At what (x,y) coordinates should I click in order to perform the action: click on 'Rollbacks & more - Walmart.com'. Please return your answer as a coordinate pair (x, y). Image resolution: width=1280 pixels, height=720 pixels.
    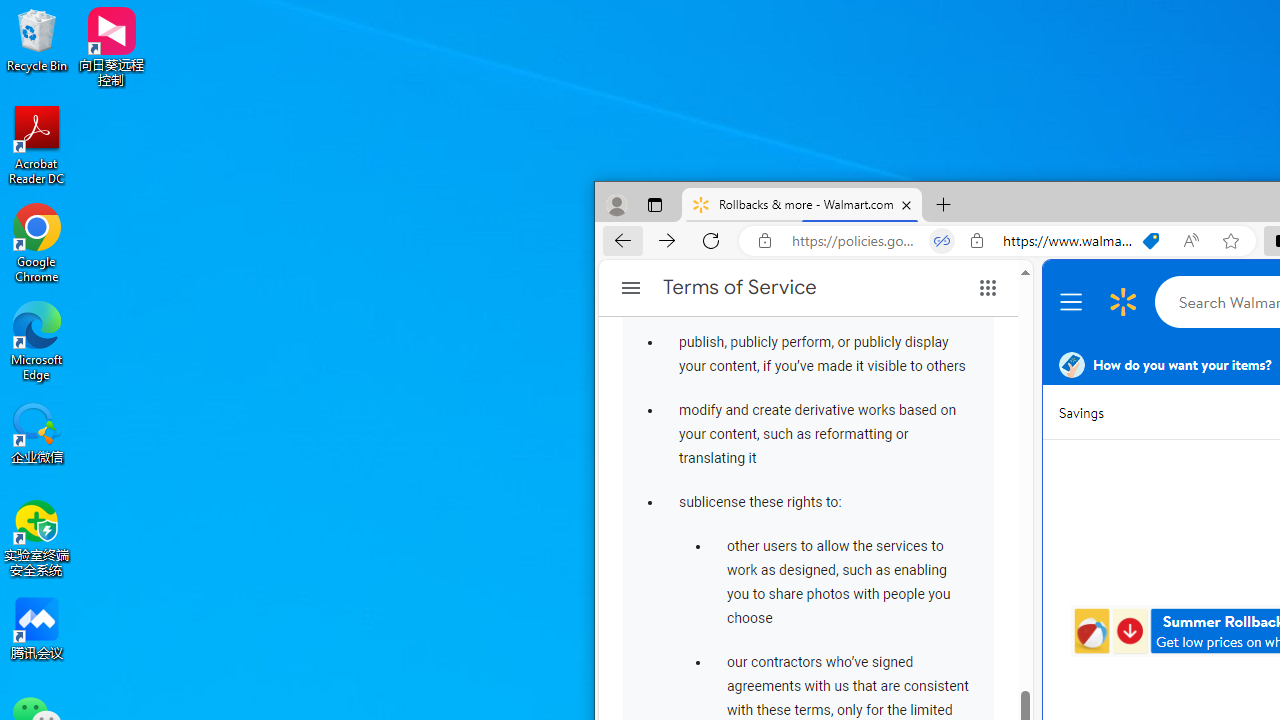
    Looking at the image, I should click on (802, 205).